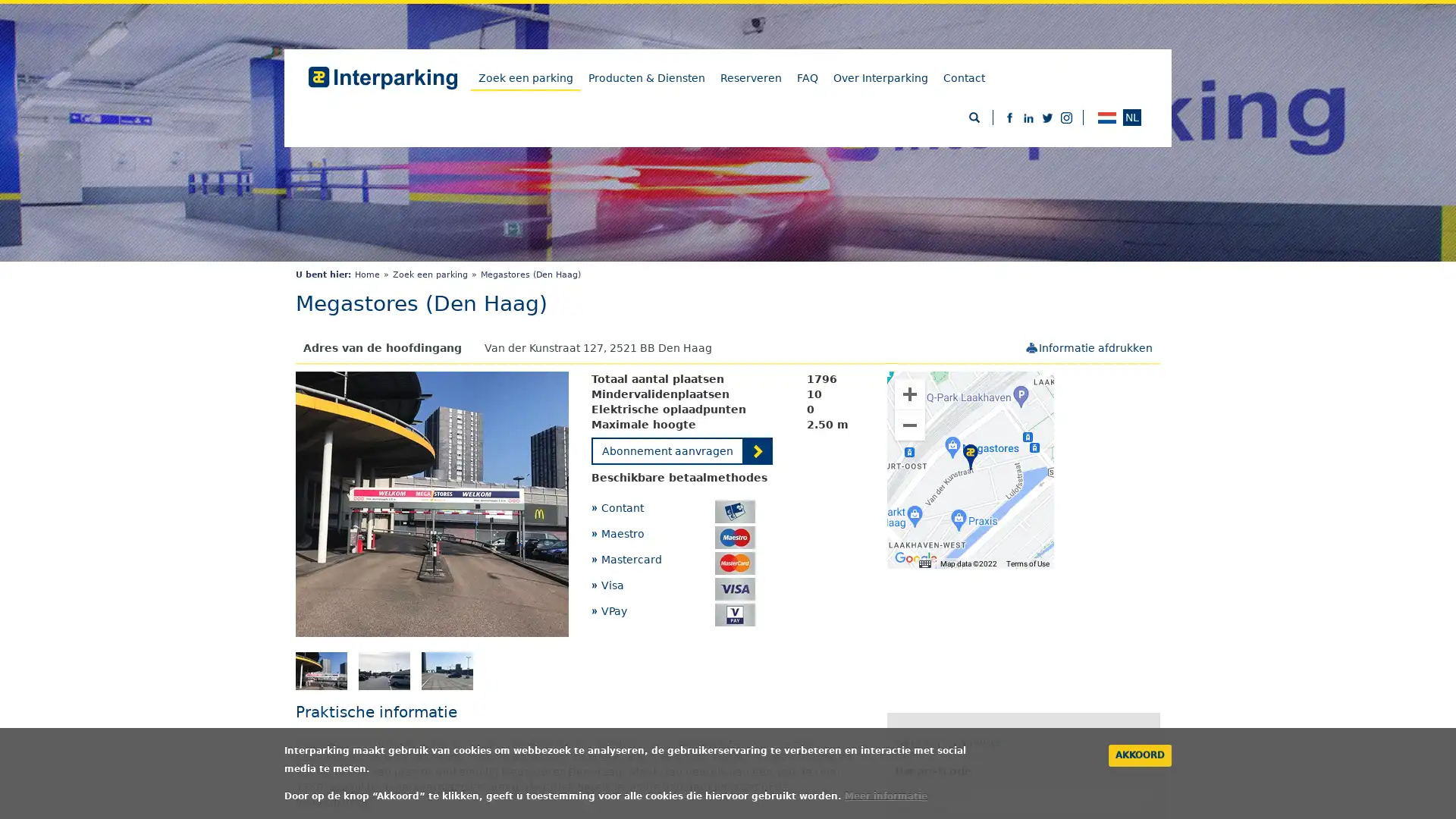  I want to click on Zoom out, so click(910, 425).